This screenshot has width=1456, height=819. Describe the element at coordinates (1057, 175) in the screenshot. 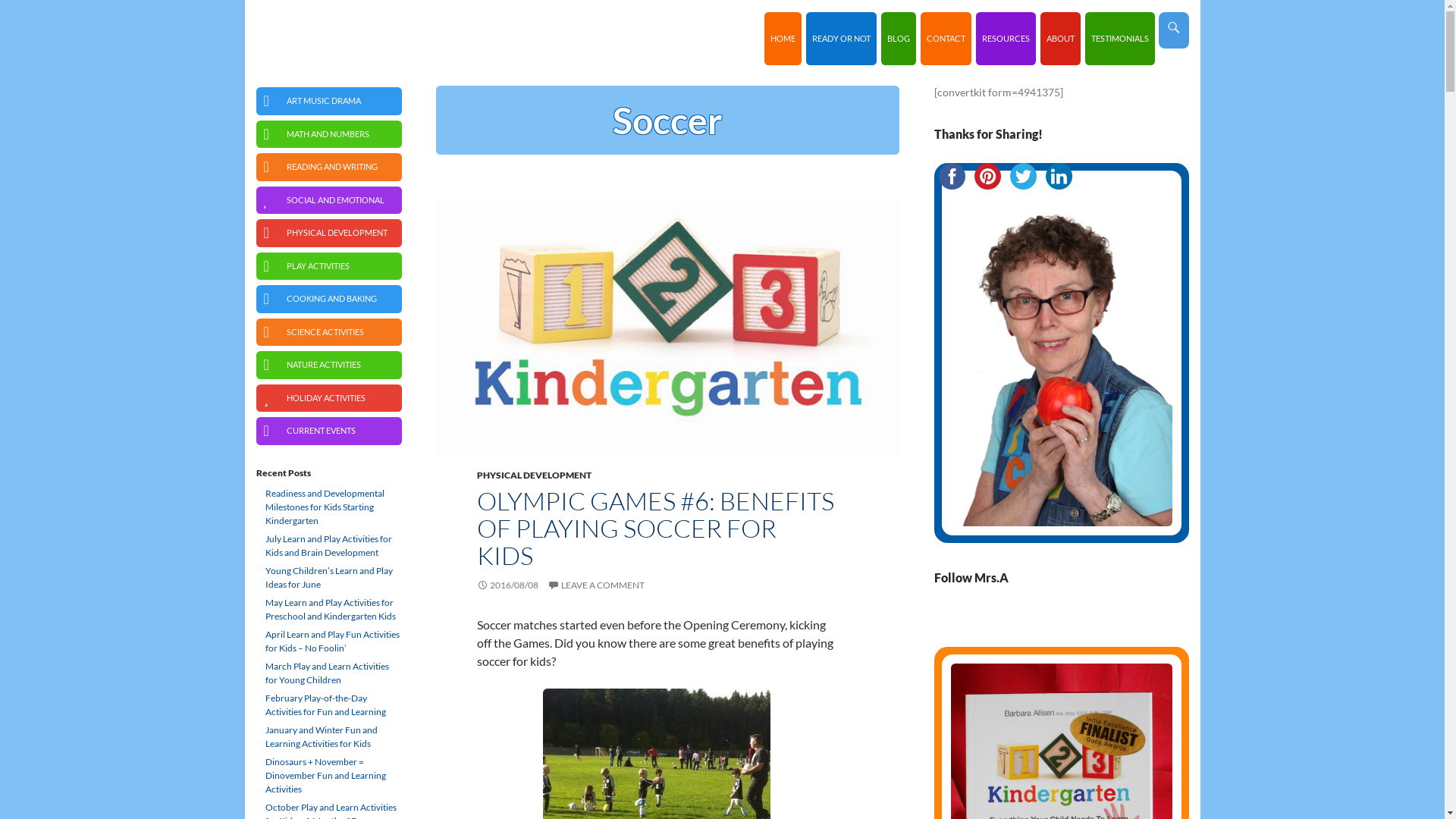

I see `'linkedin'` at that location.